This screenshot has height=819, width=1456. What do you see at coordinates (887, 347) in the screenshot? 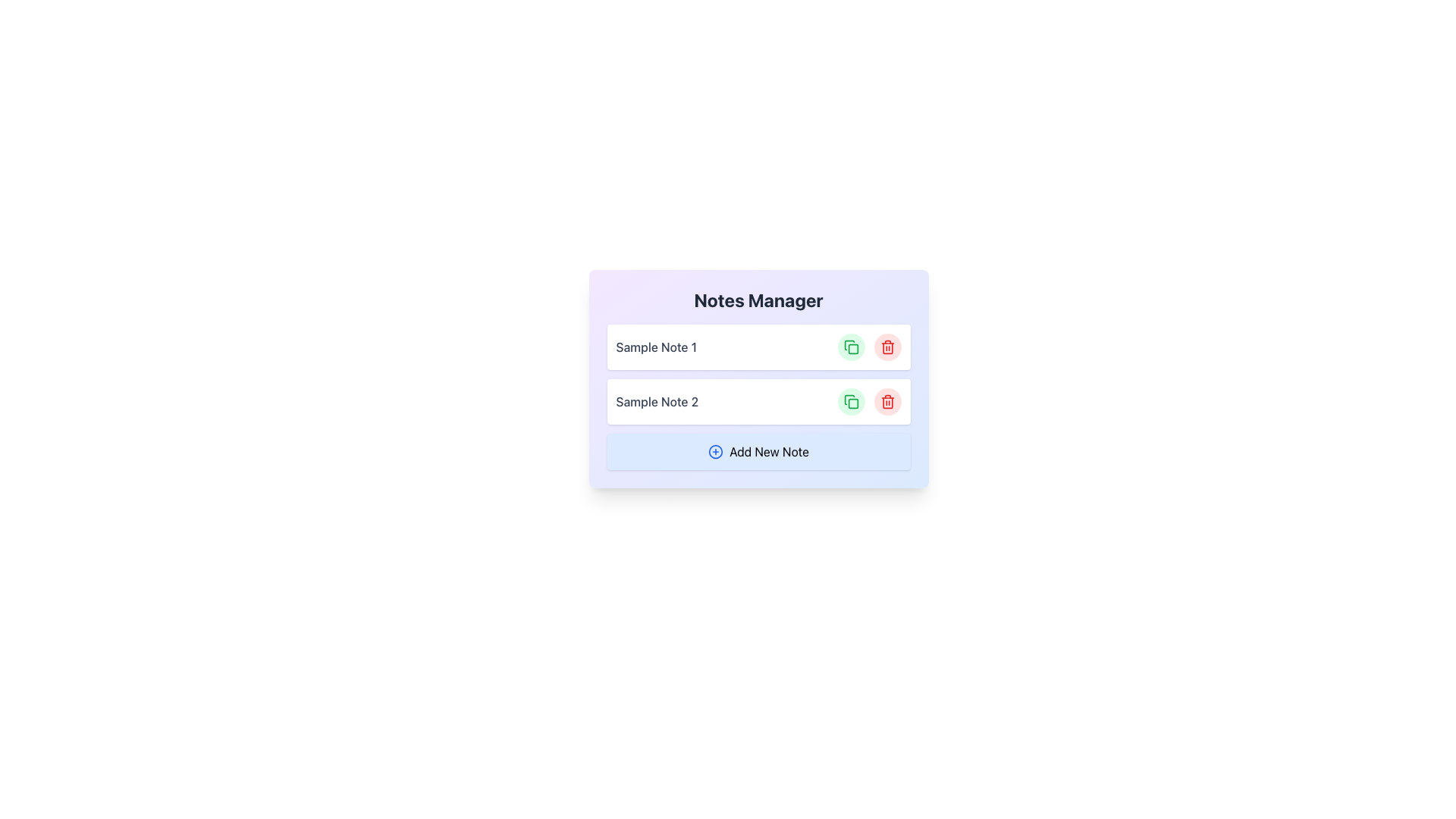
I see `the delete button icon associated with 'Sample Note 1'` at bounding box center [887, 347].